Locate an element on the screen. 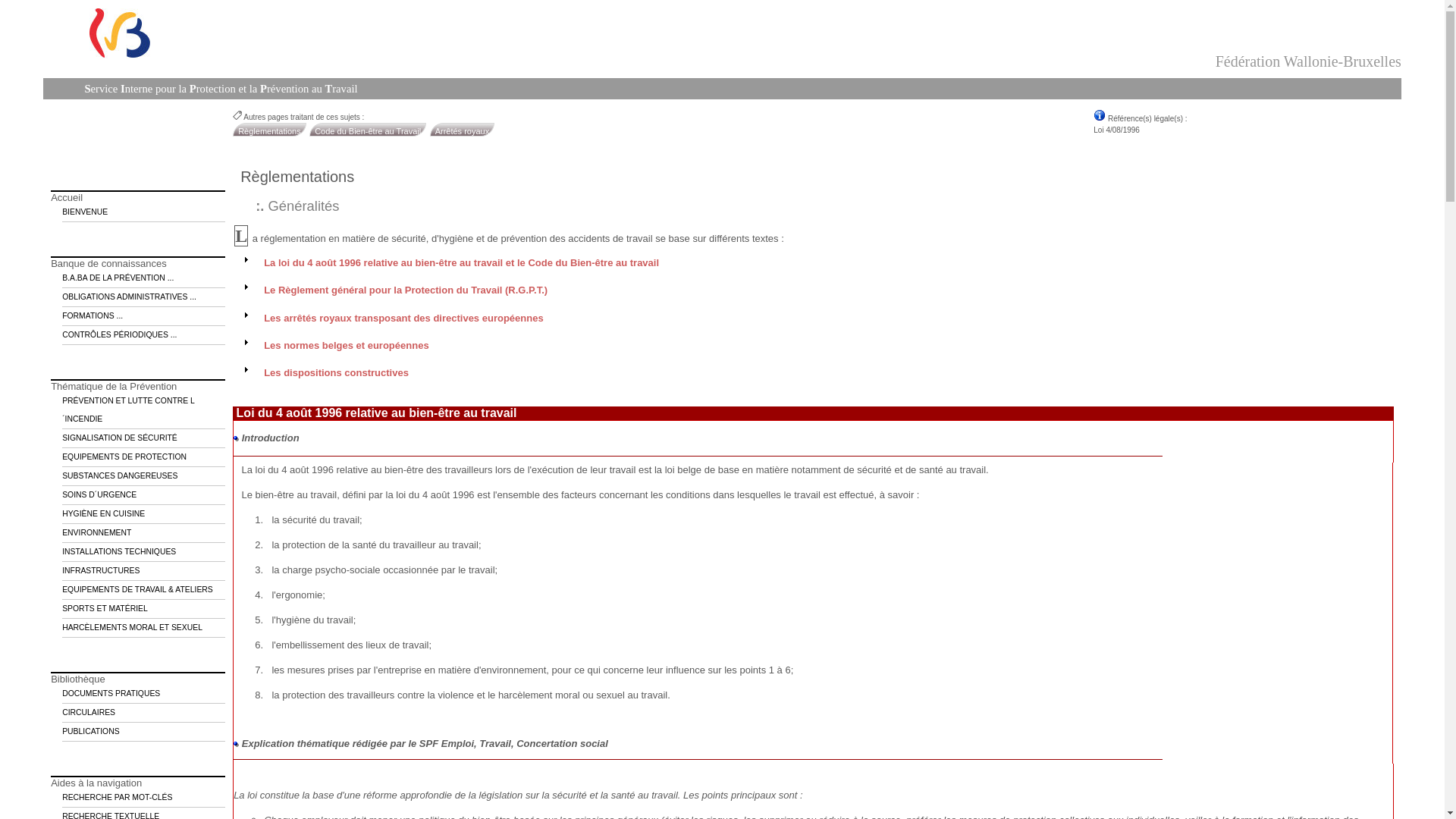  'DOCUMENTS PRATIQUES' is located at coordinates (143, 694).